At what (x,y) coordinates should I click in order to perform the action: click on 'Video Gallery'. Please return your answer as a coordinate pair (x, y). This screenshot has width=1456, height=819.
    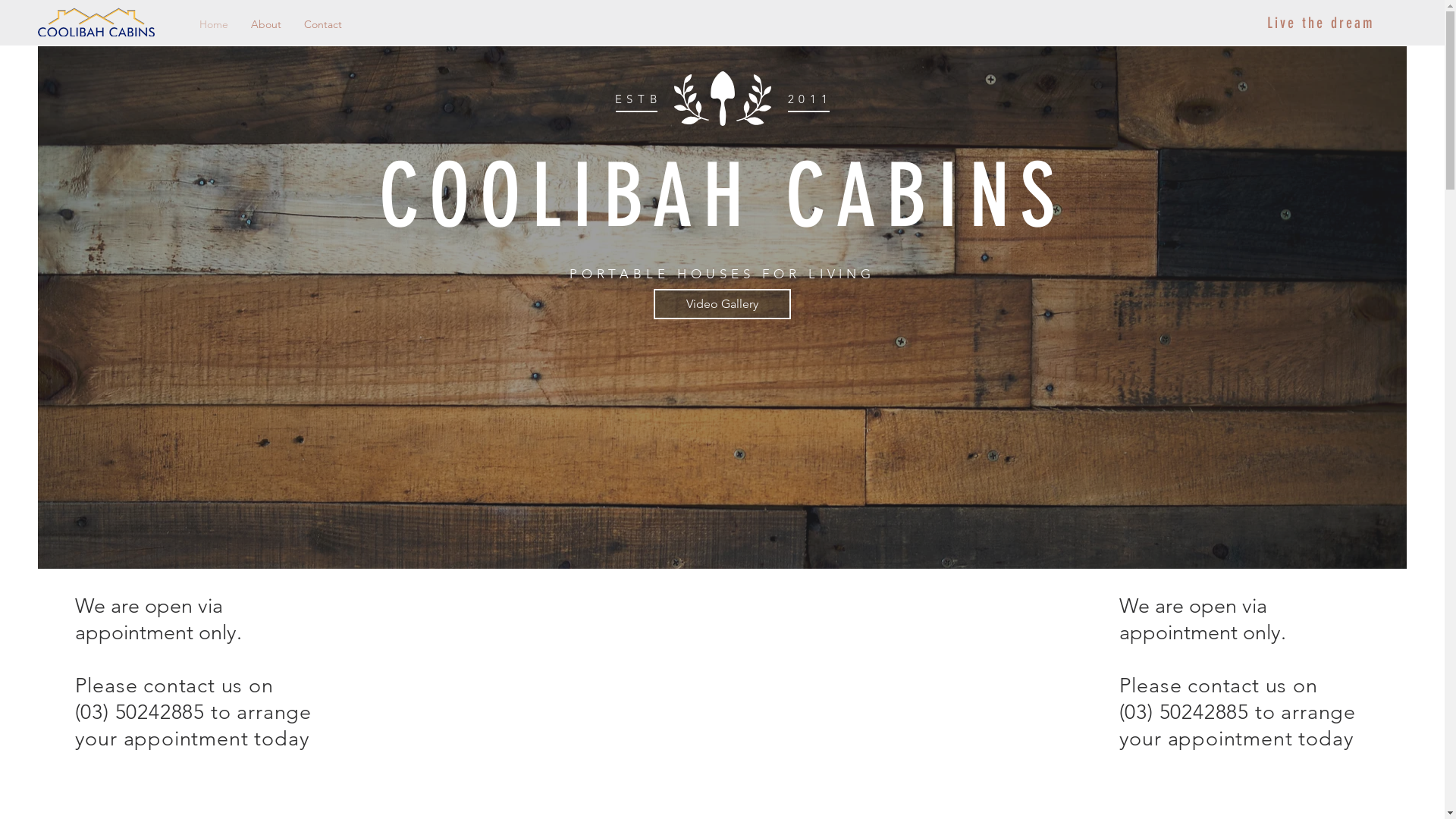
    Looking at the image, I should click on (721, 304).